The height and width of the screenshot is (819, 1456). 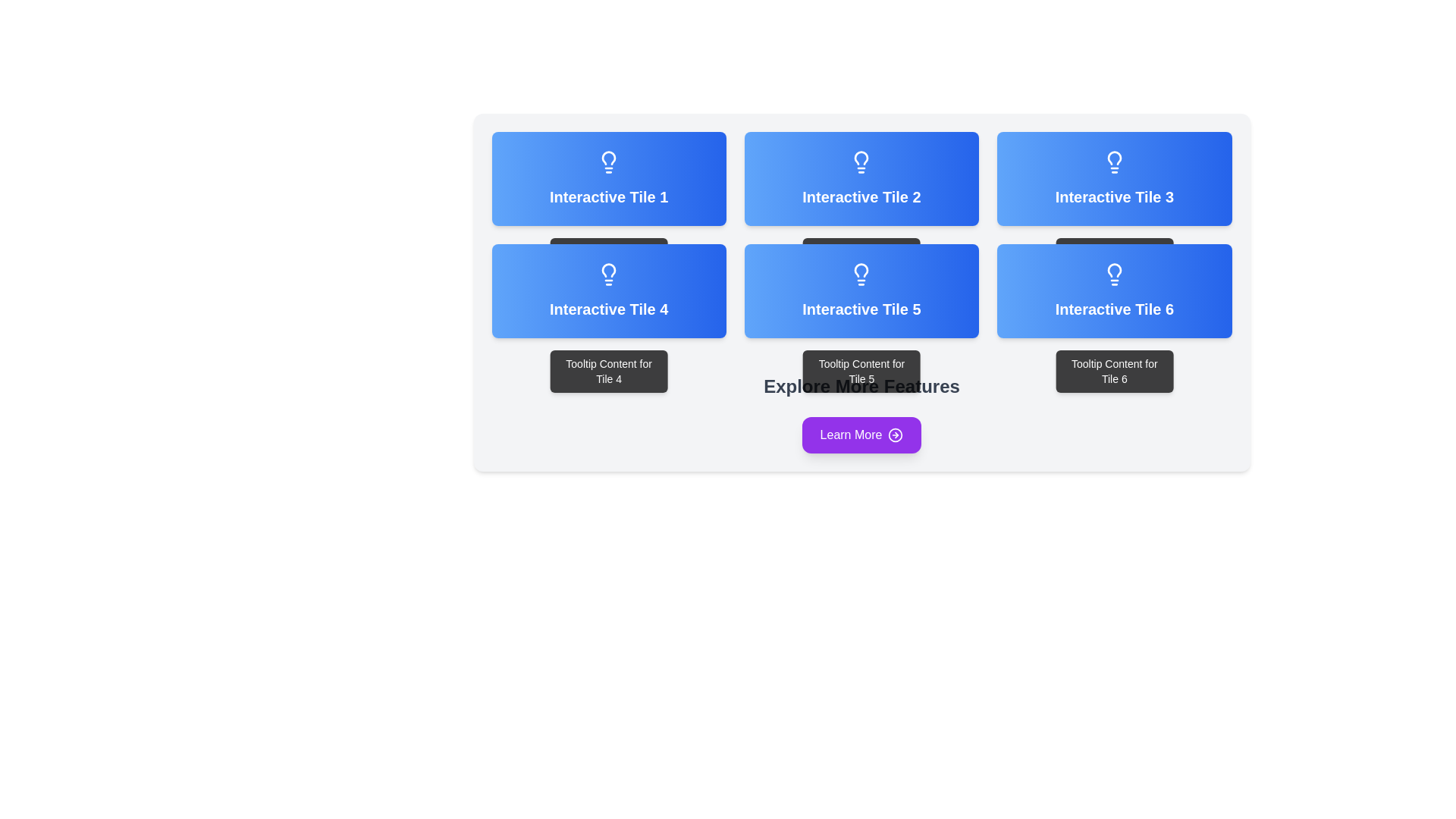 I want to click on the interactive tile labeled 'Interactive Tile 3', so click(x=1114, y=177).